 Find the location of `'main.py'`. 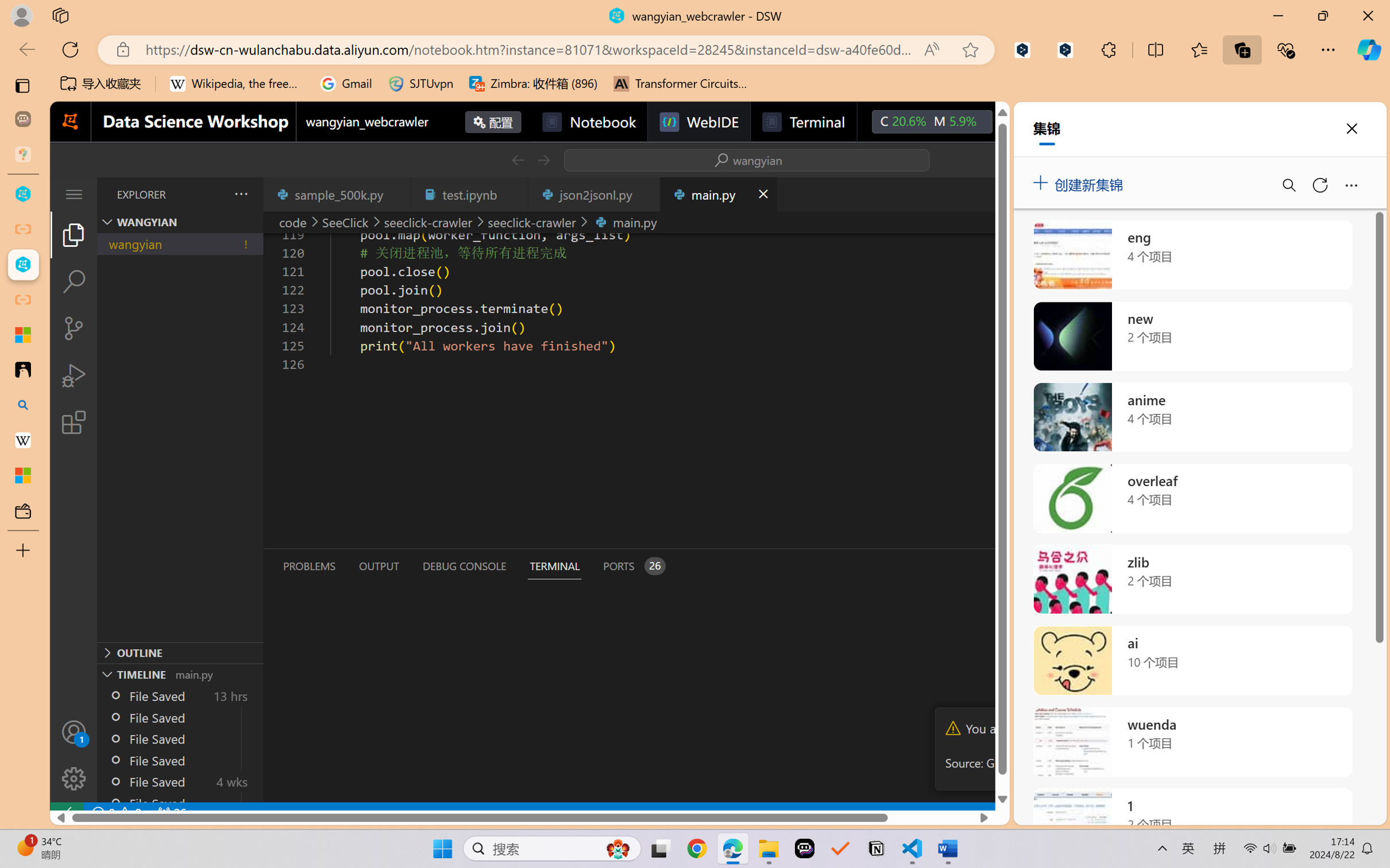

'main.py' is located at coordinates (717, 193).